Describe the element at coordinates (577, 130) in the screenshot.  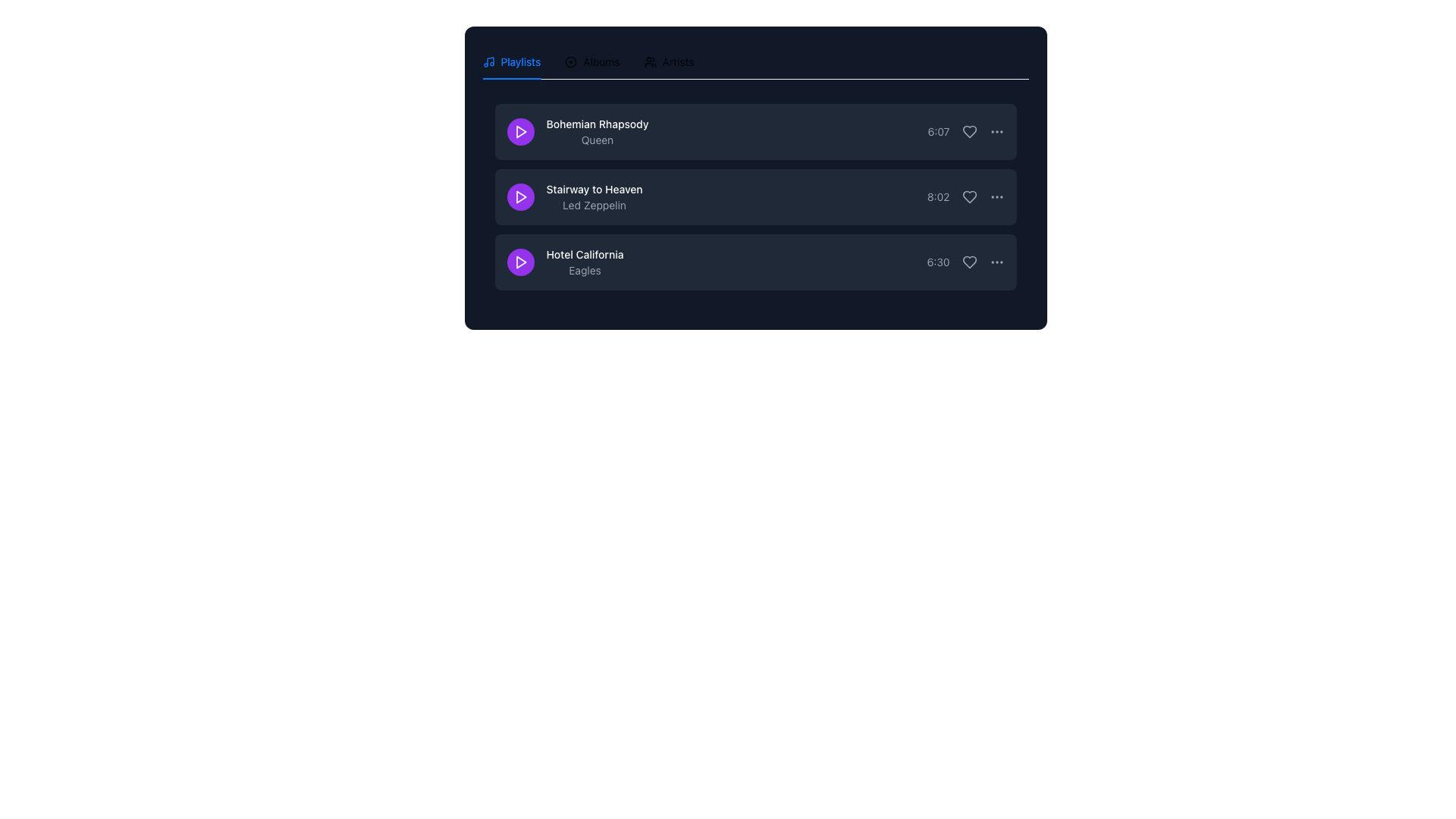
I see `the first song item in the playlist` at that location.